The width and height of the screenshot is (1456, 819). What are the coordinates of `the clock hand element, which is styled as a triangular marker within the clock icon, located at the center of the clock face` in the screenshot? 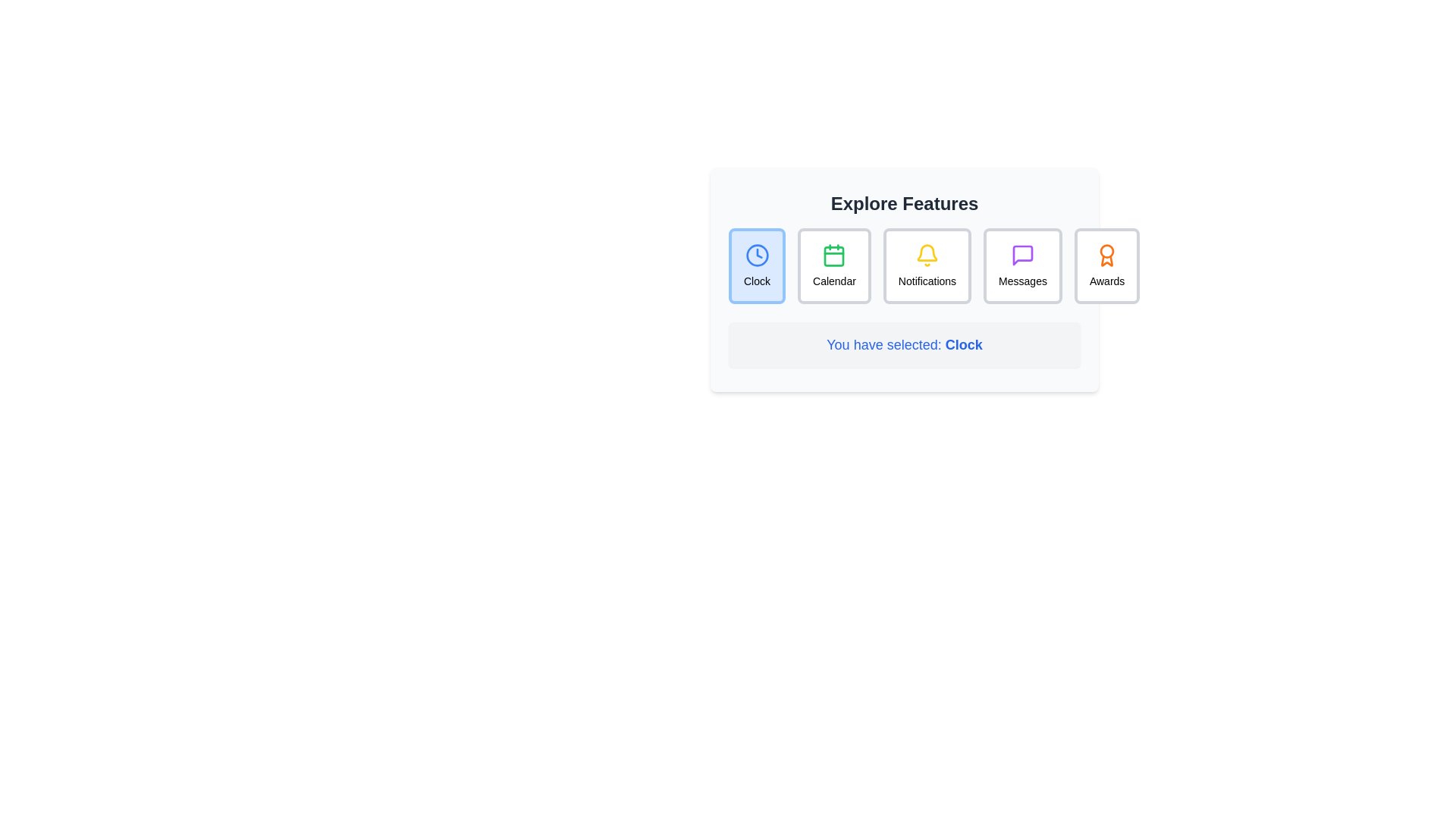 It's located at (759, 253).